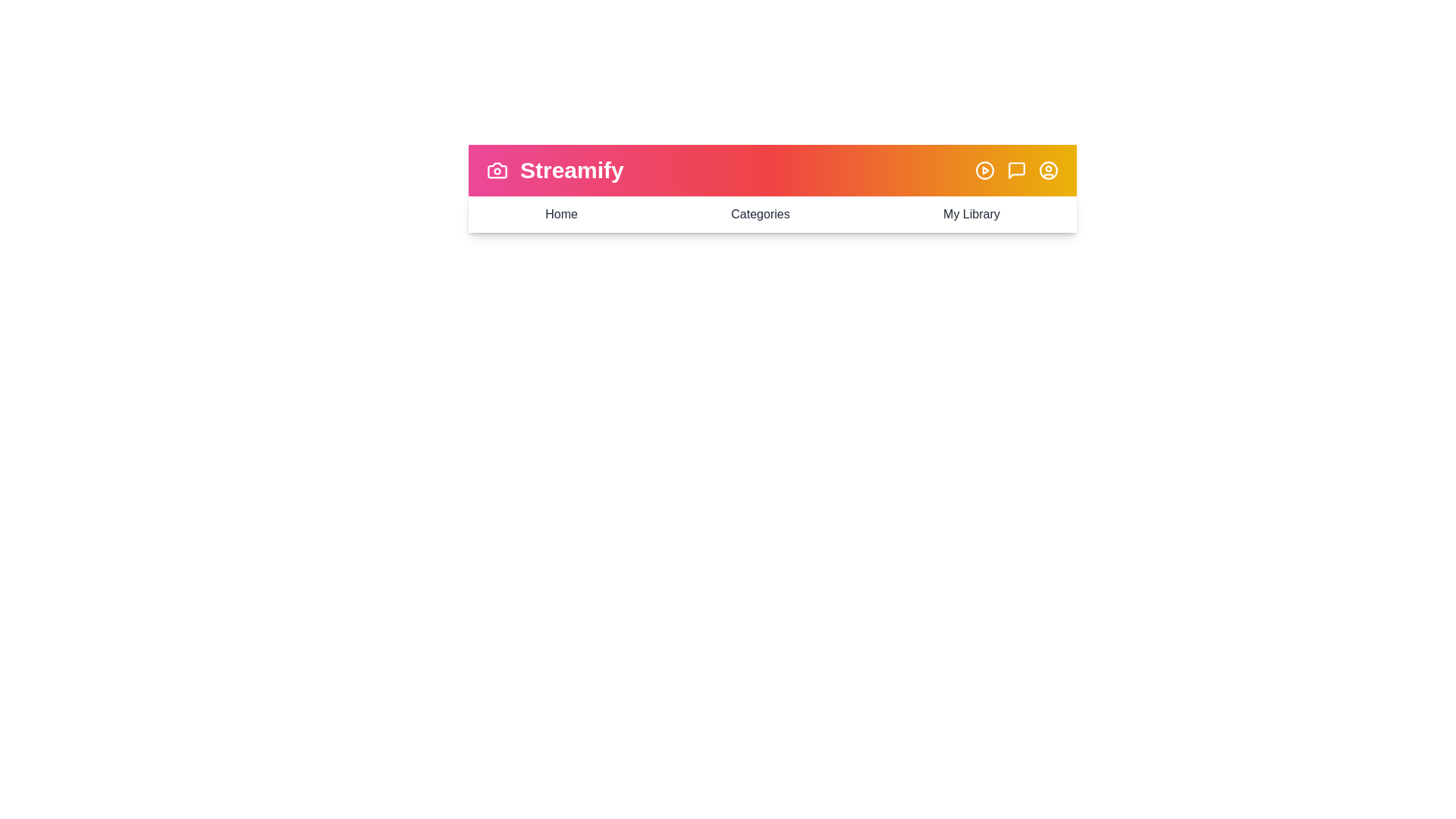 The width and height of the screenshot is (1456, 819). Describe the element at coordinates (497, 170) in the screenshot. I see `the camera icon to trigger its functionality` at that location.